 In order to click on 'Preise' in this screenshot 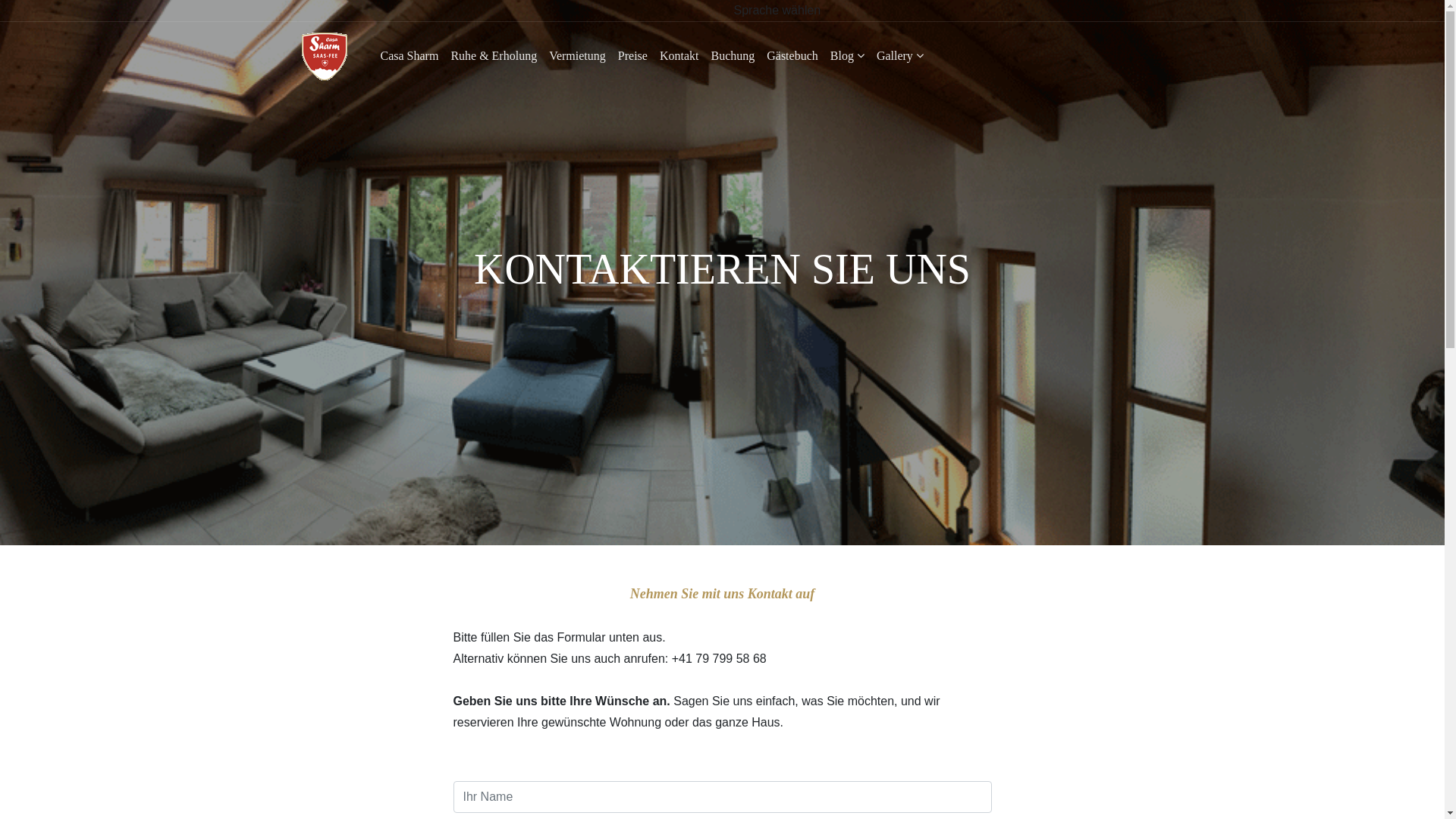, I will do `click(632, 55)`.